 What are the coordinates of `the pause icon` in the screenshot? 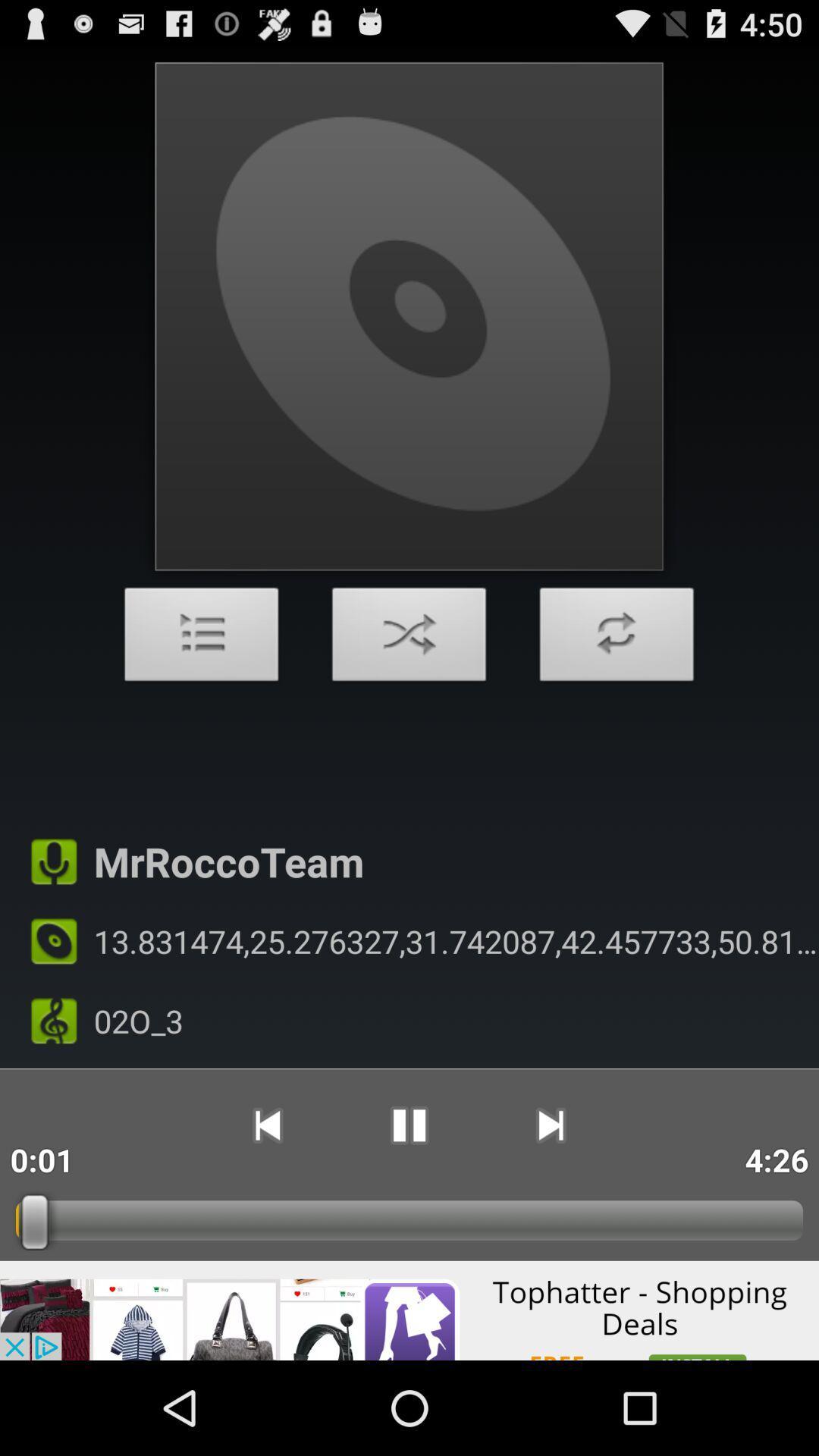 It's located at (408, 1203).